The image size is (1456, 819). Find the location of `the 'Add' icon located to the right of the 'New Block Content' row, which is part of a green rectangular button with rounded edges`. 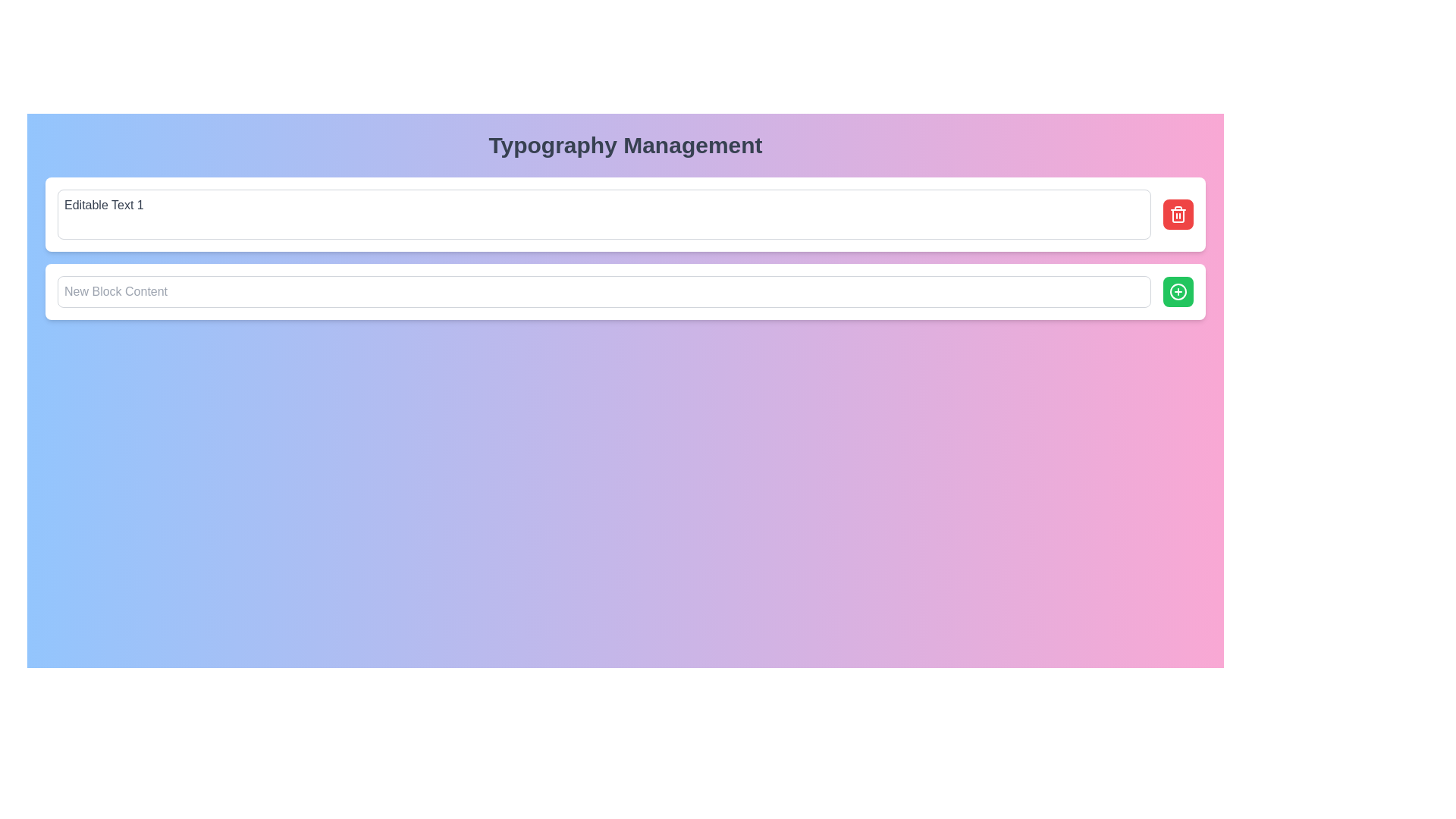

the 'Add' icon located to the right of the 'New Block Content' row, which is part of a green rectangular button with rounded edges is located at coordinates (1178, 292).